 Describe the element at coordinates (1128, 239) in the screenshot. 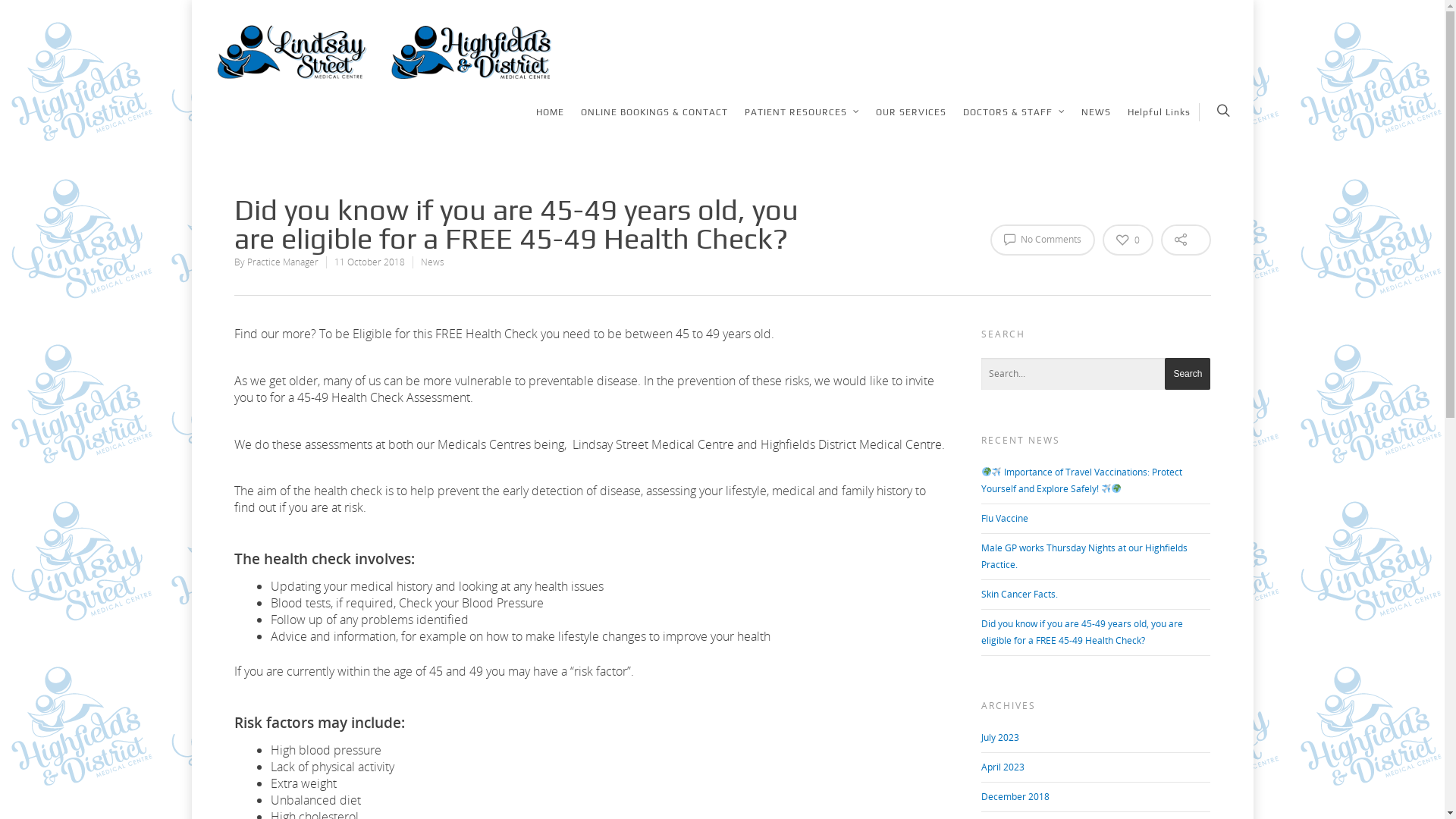

I see `'0'` at that location.